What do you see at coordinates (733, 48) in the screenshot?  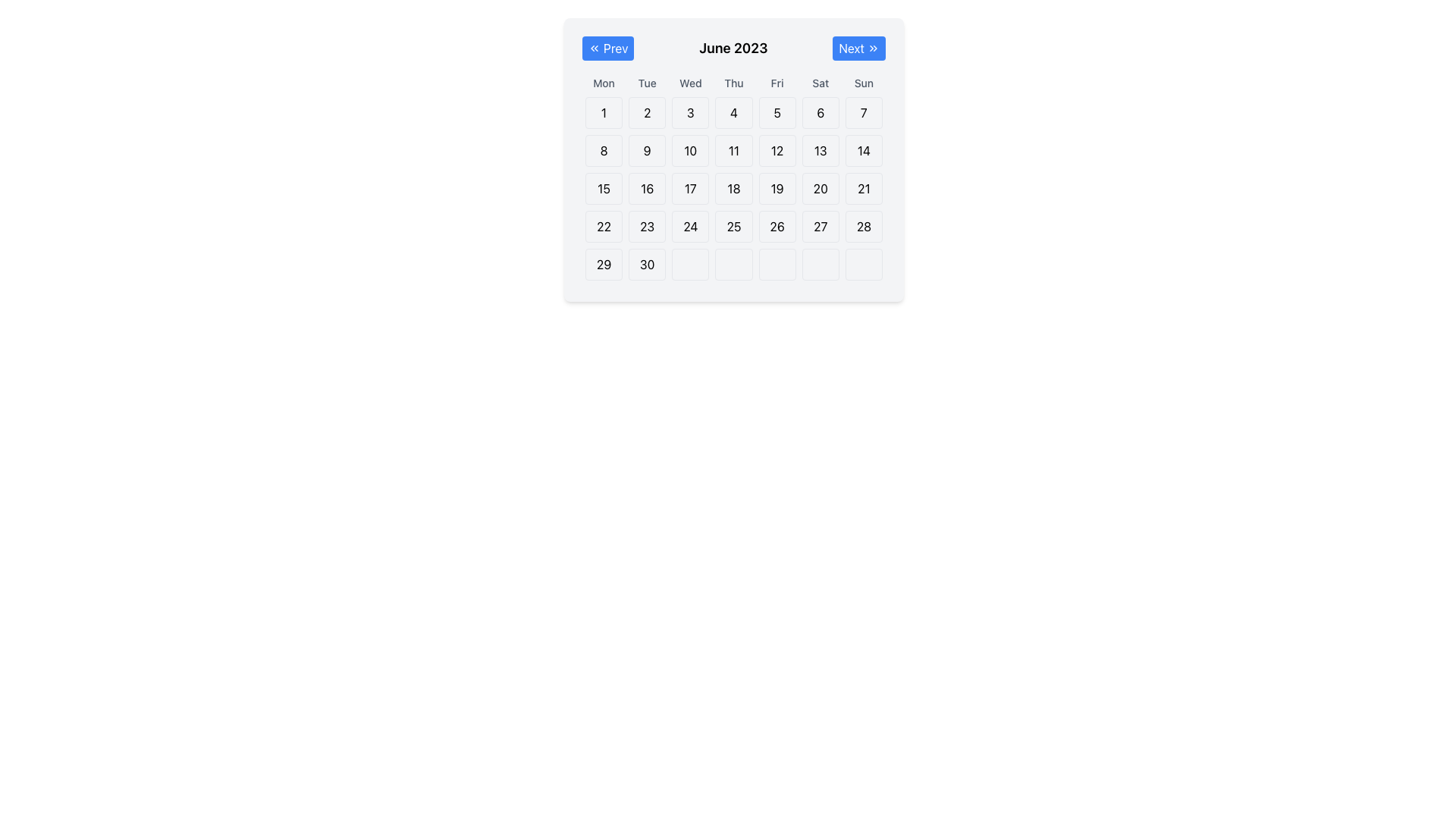 I see `the text label displaying the currently selected month and year in the calendar navigation interface, which is centrally positioned between the 'Prev' and 'Next' buttons` at bounding box center [733, 48].